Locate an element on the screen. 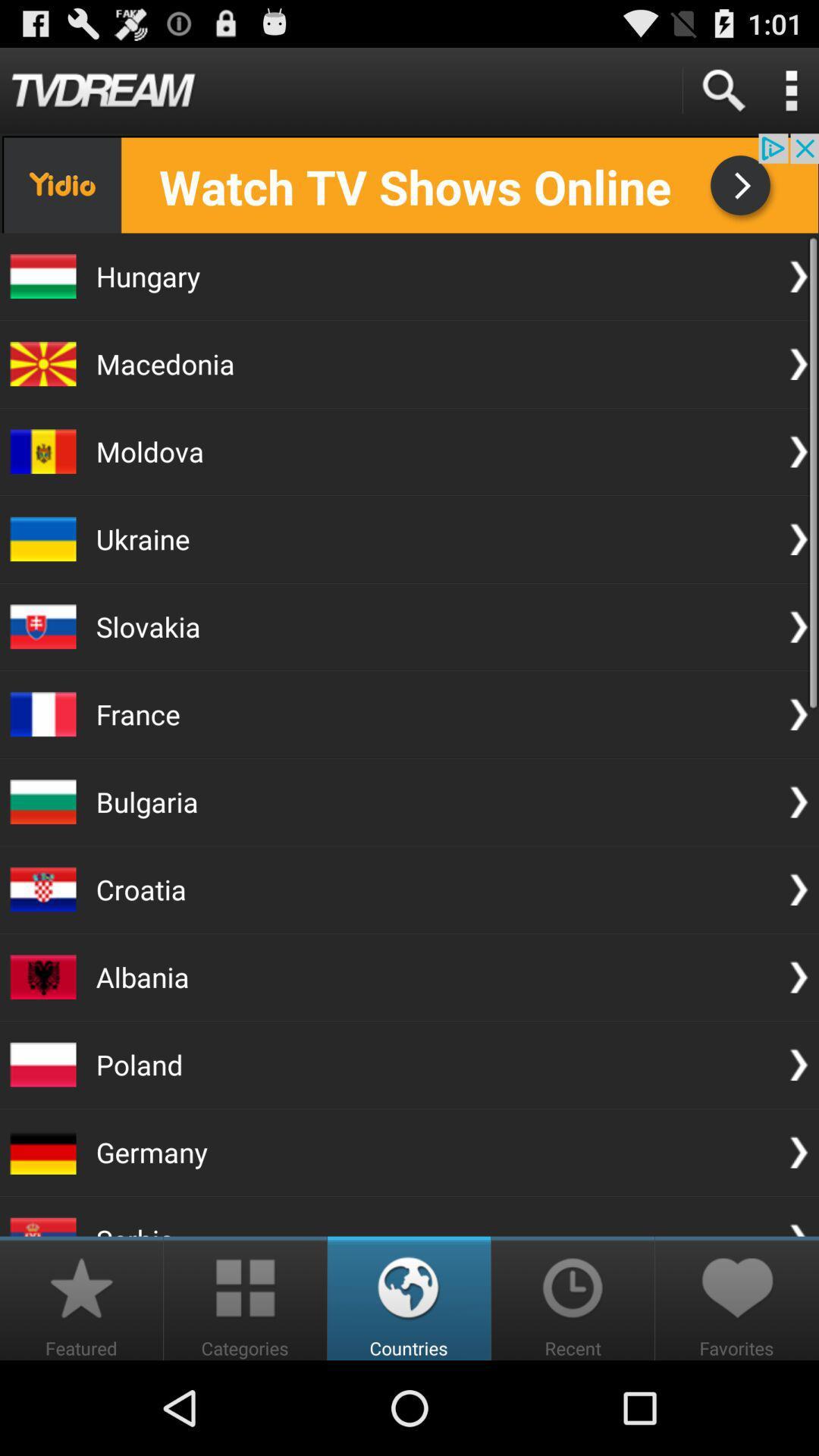 The image size is (819, 1456). setting is located at coordinates (790, 89).